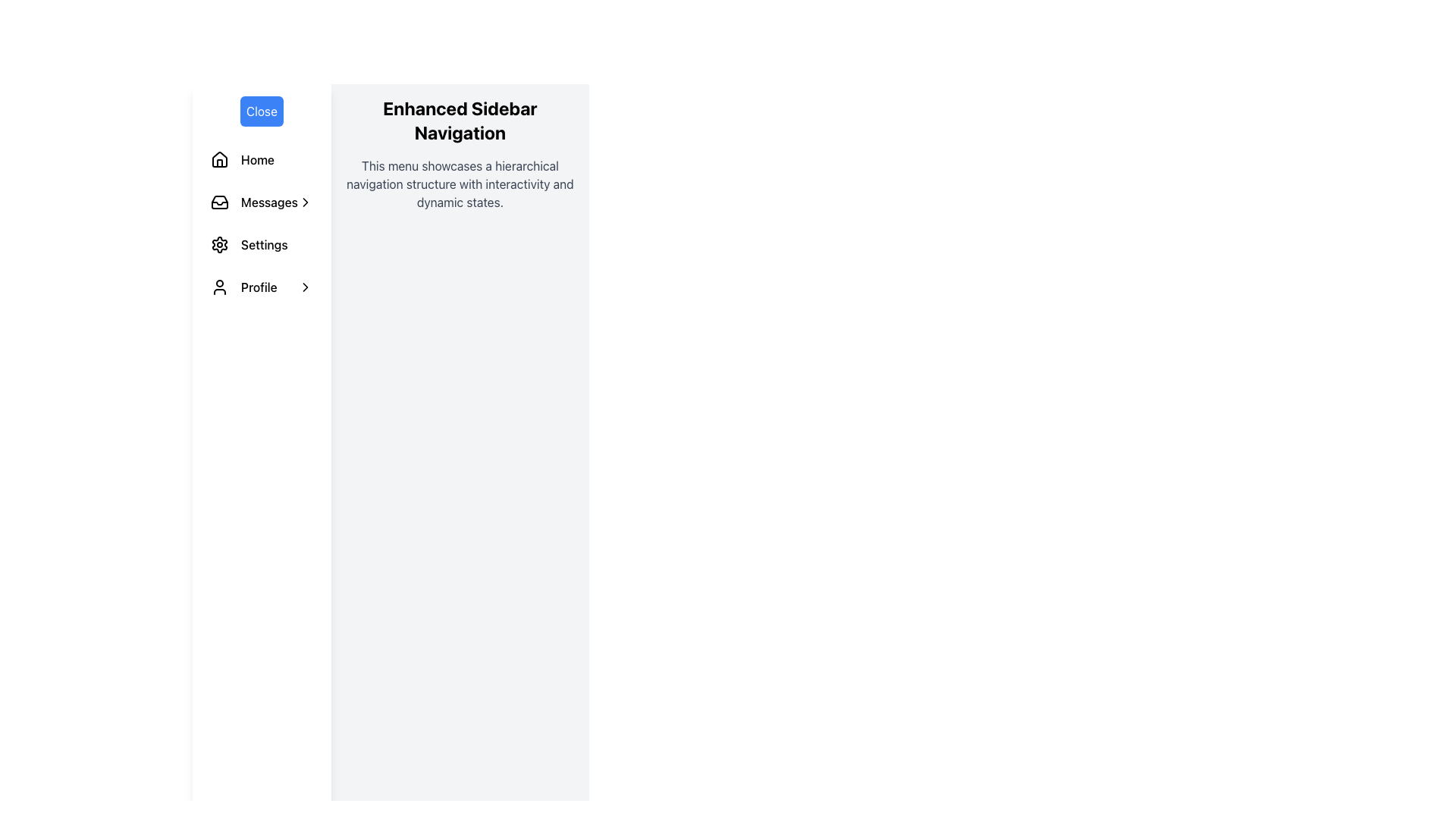 This screenshot has height=819, width=1456. What do you see at coordinates (269, 201) in the screenshot?
I see `text displayed in the 'Messages' text label located in the sidebar navigation menu` at bounding box center [269, 201].